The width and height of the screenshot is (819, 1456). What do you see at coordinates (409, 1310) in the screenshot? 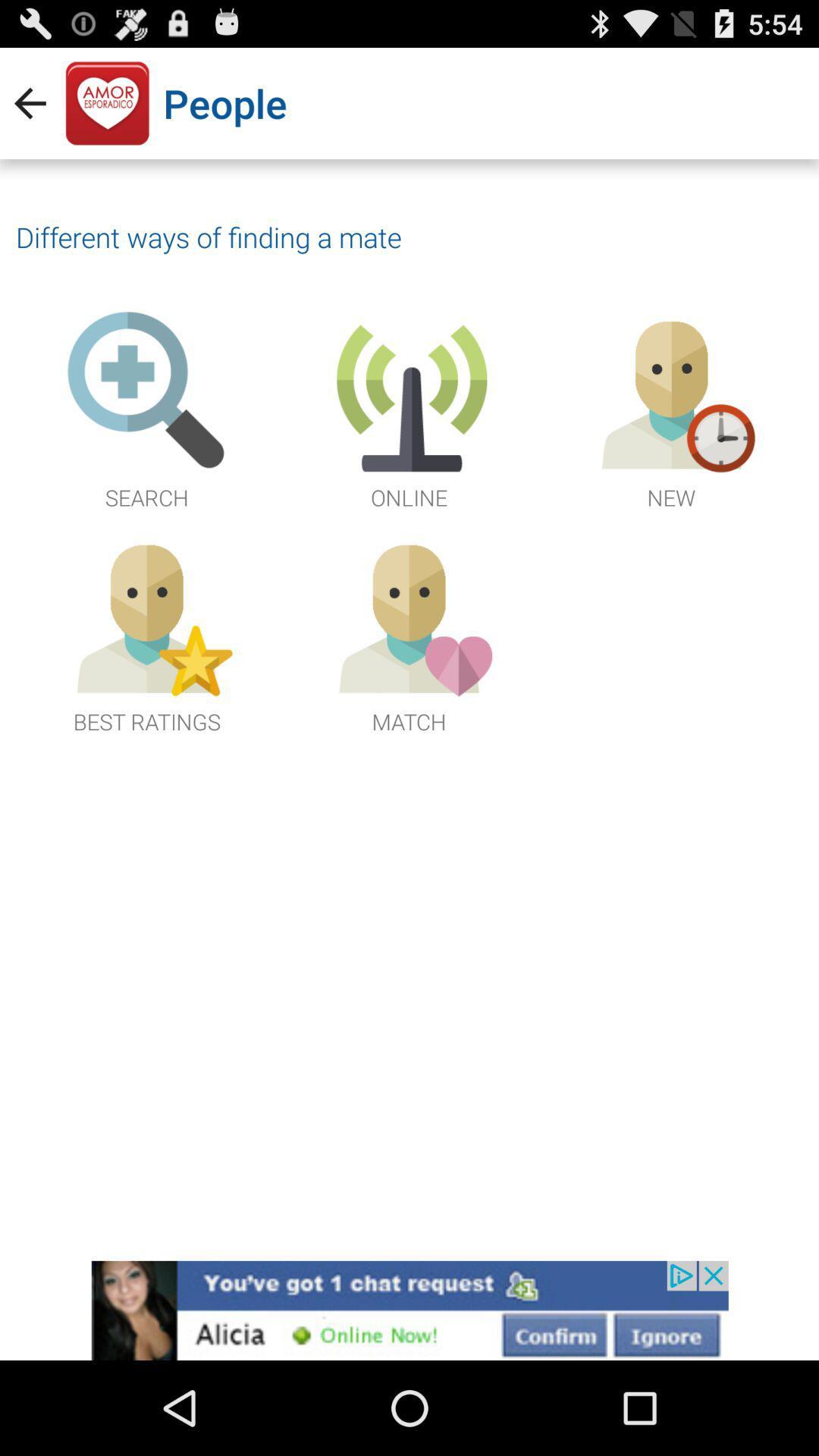
I see `open advertisement` at bounding box center [409, 1310].